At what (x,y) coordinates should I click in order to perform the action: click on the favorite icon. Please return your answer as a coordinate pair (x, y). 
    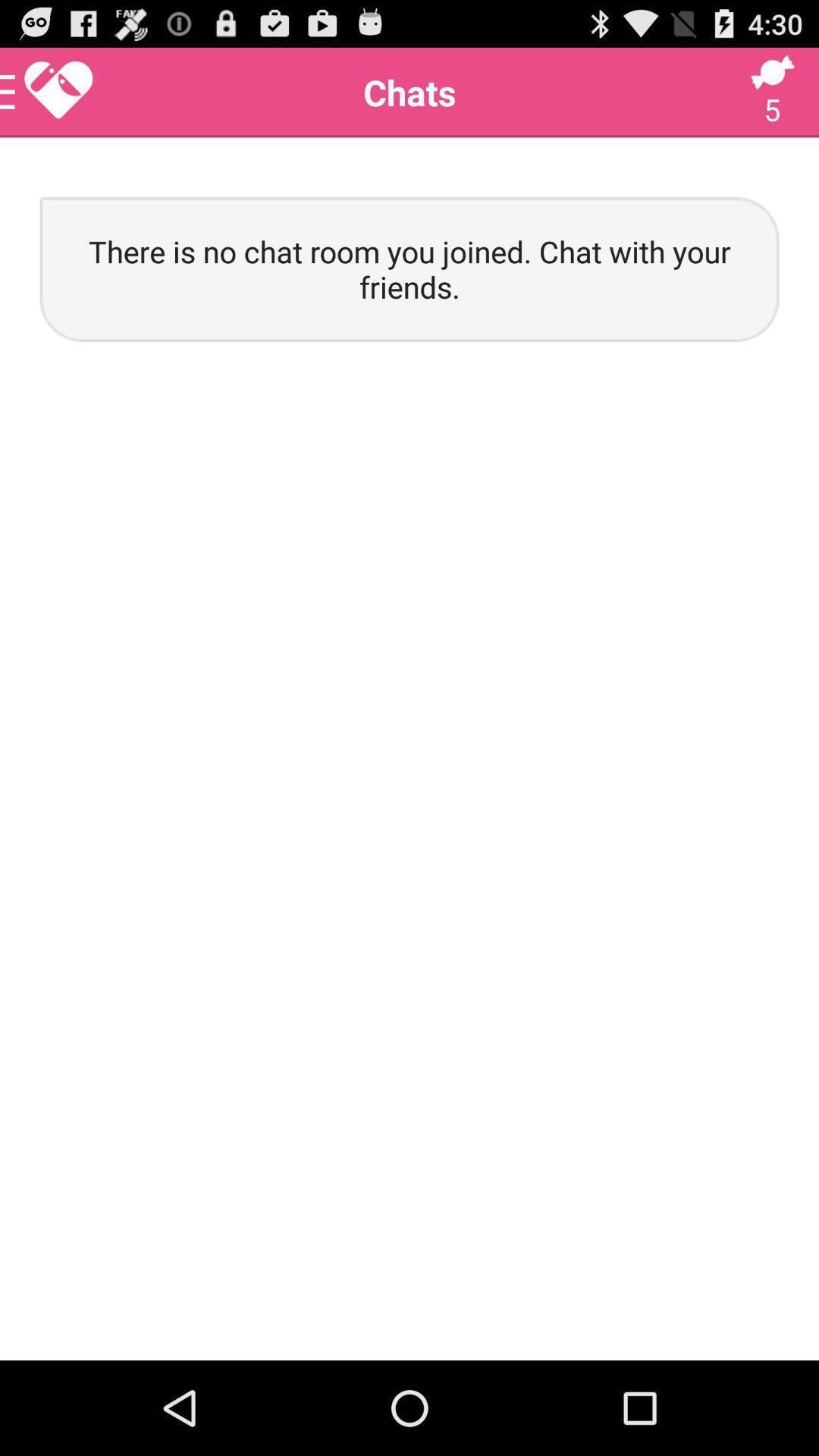
    Looking at the image, I should click on (46, 98).